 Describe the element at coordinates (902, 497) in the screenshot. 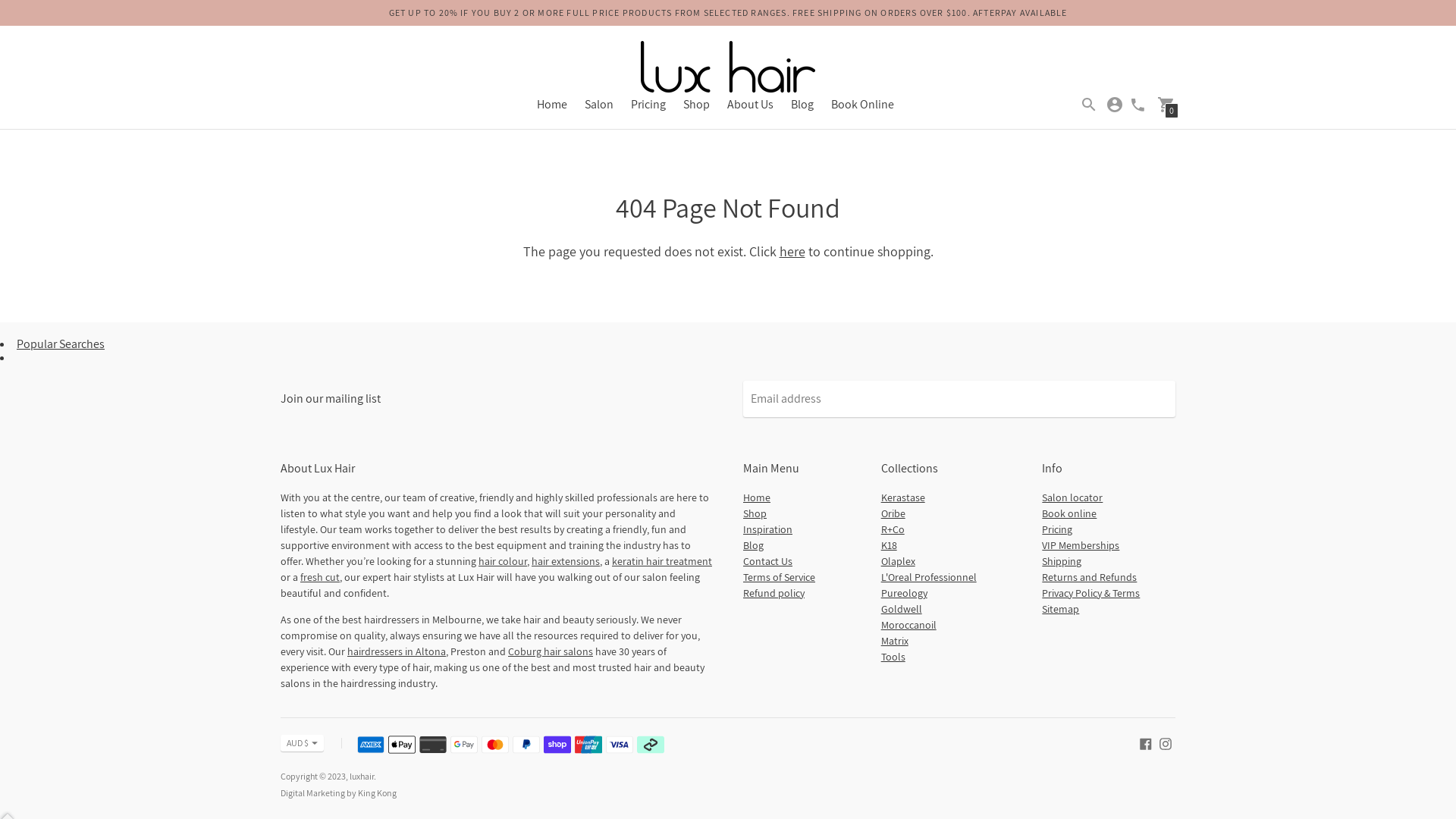

I see `'Kerastase'` at that location.